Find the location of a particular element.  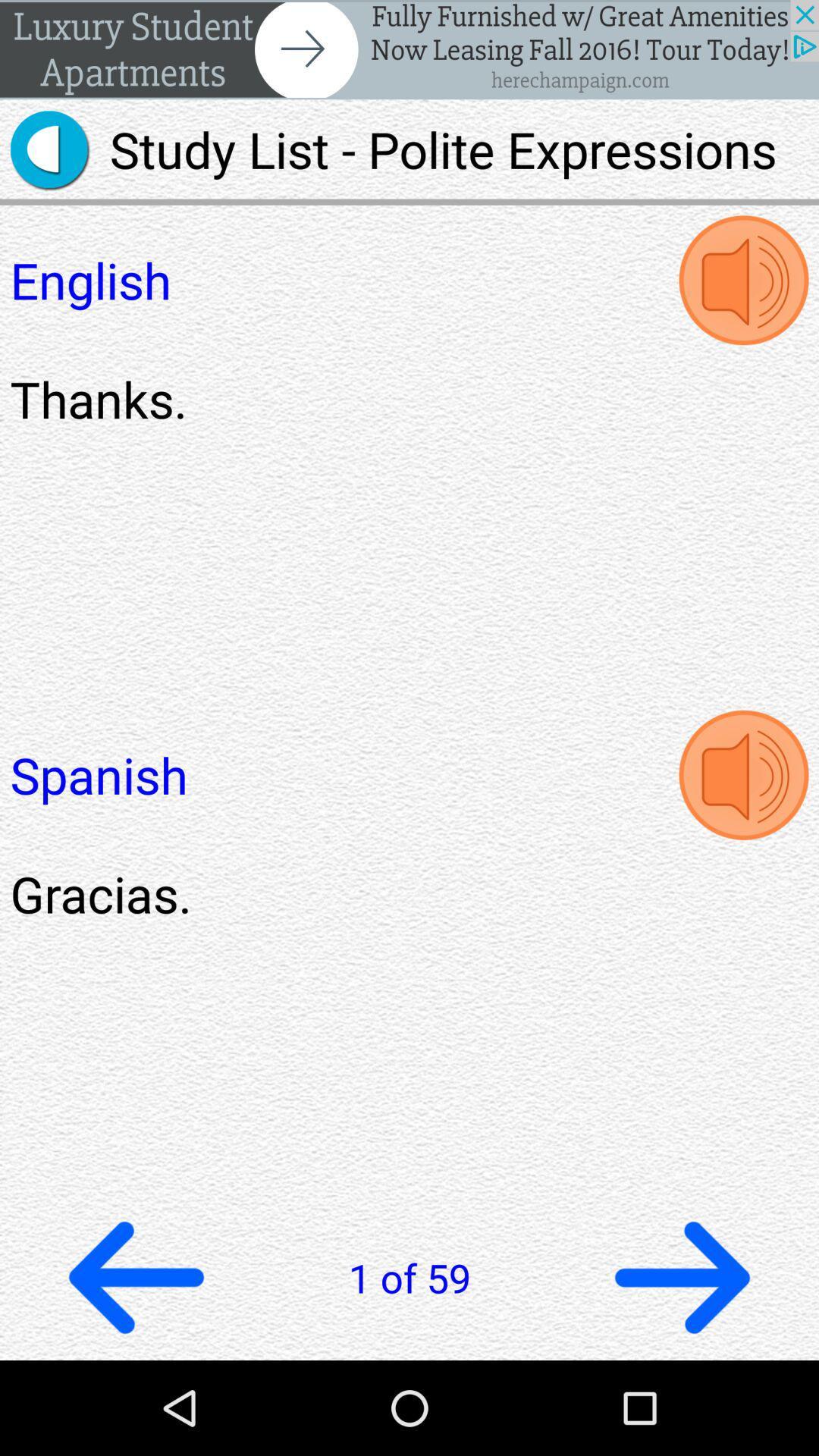

direction arrow is located at coordinates (681, 1276).